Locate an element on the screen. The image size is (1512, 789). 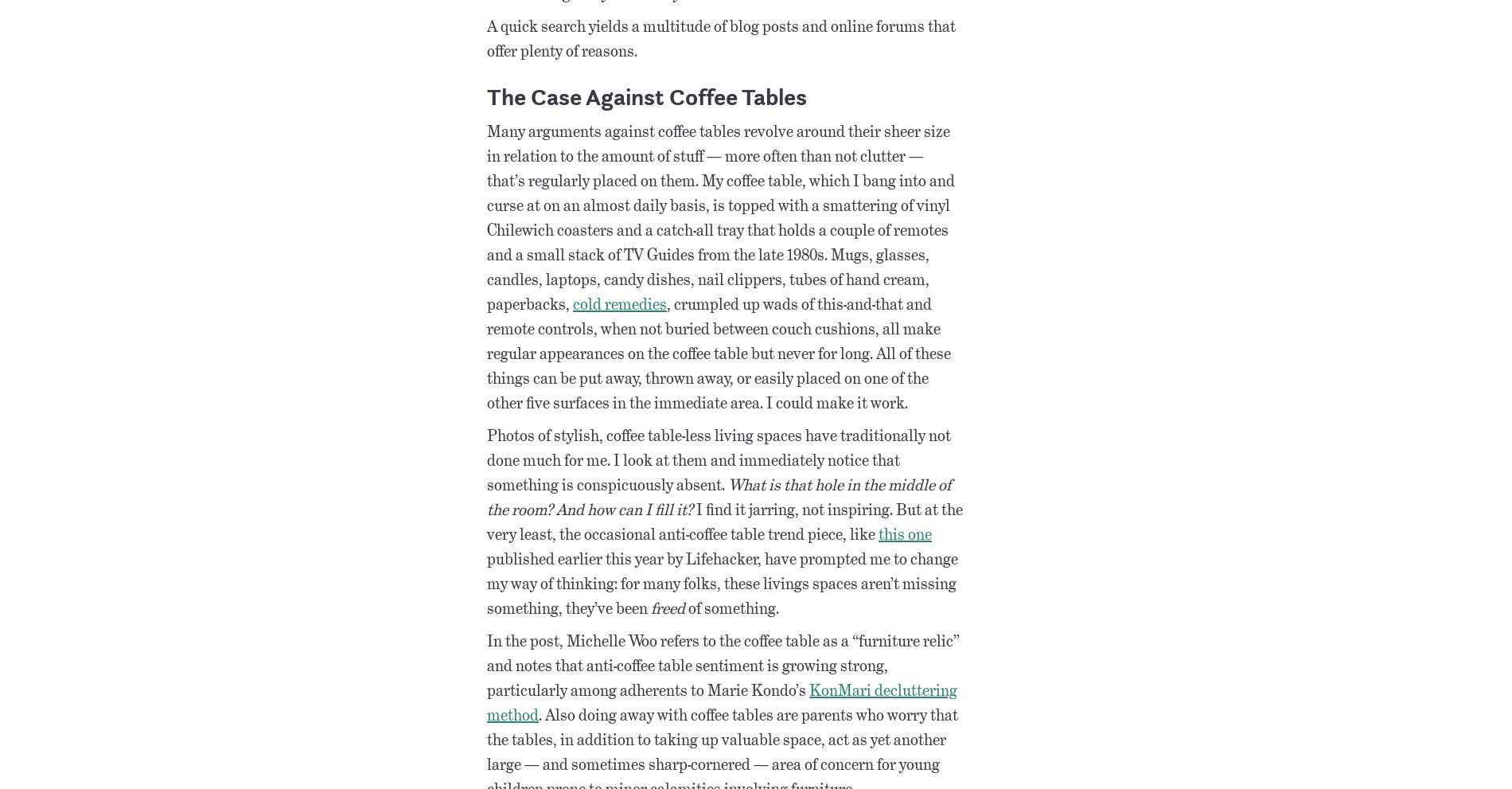
'this one' is located at coordinates (905, 533).